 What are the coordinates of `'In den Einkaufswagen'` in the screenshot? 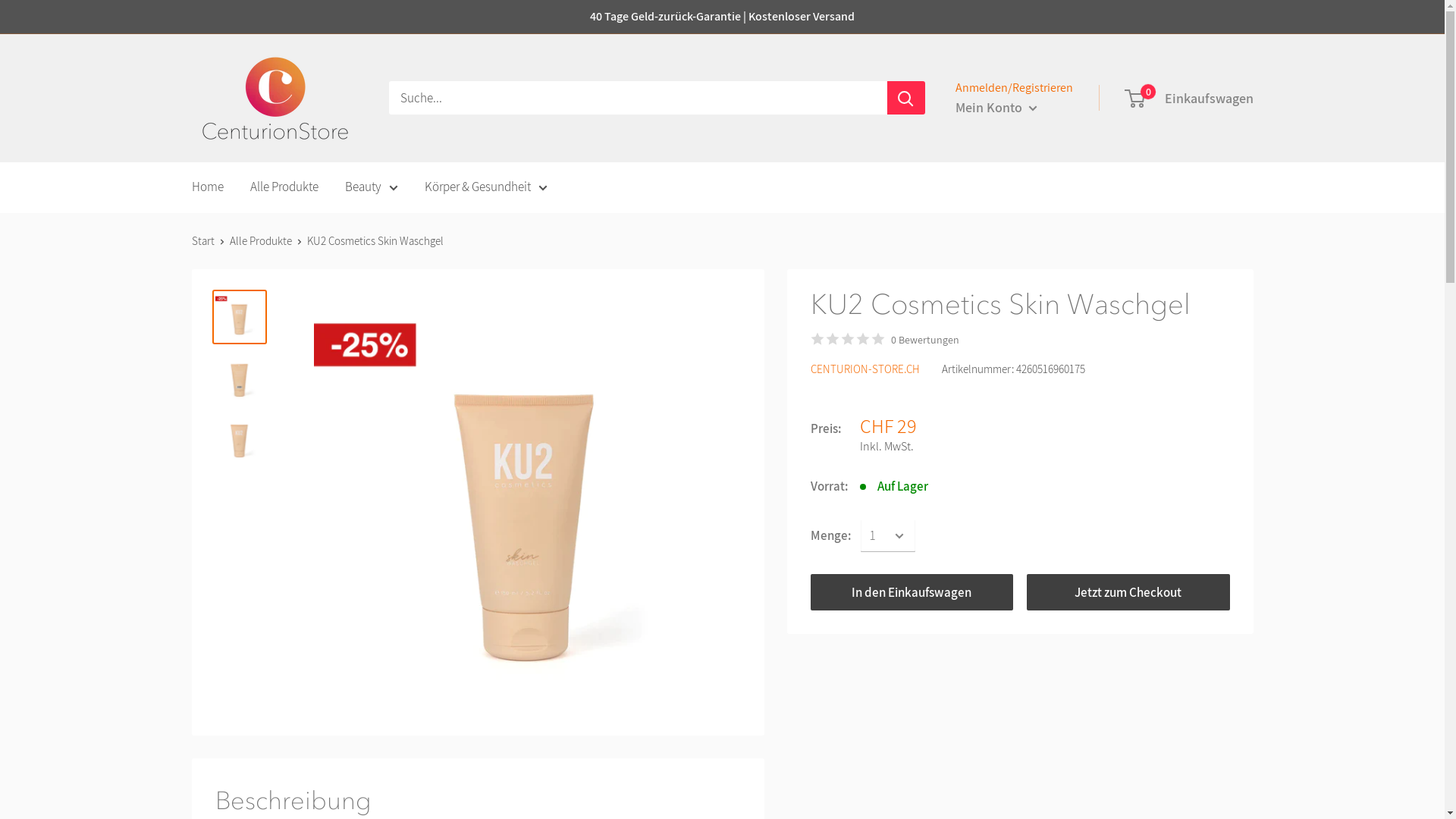 It's located at (809, 591).